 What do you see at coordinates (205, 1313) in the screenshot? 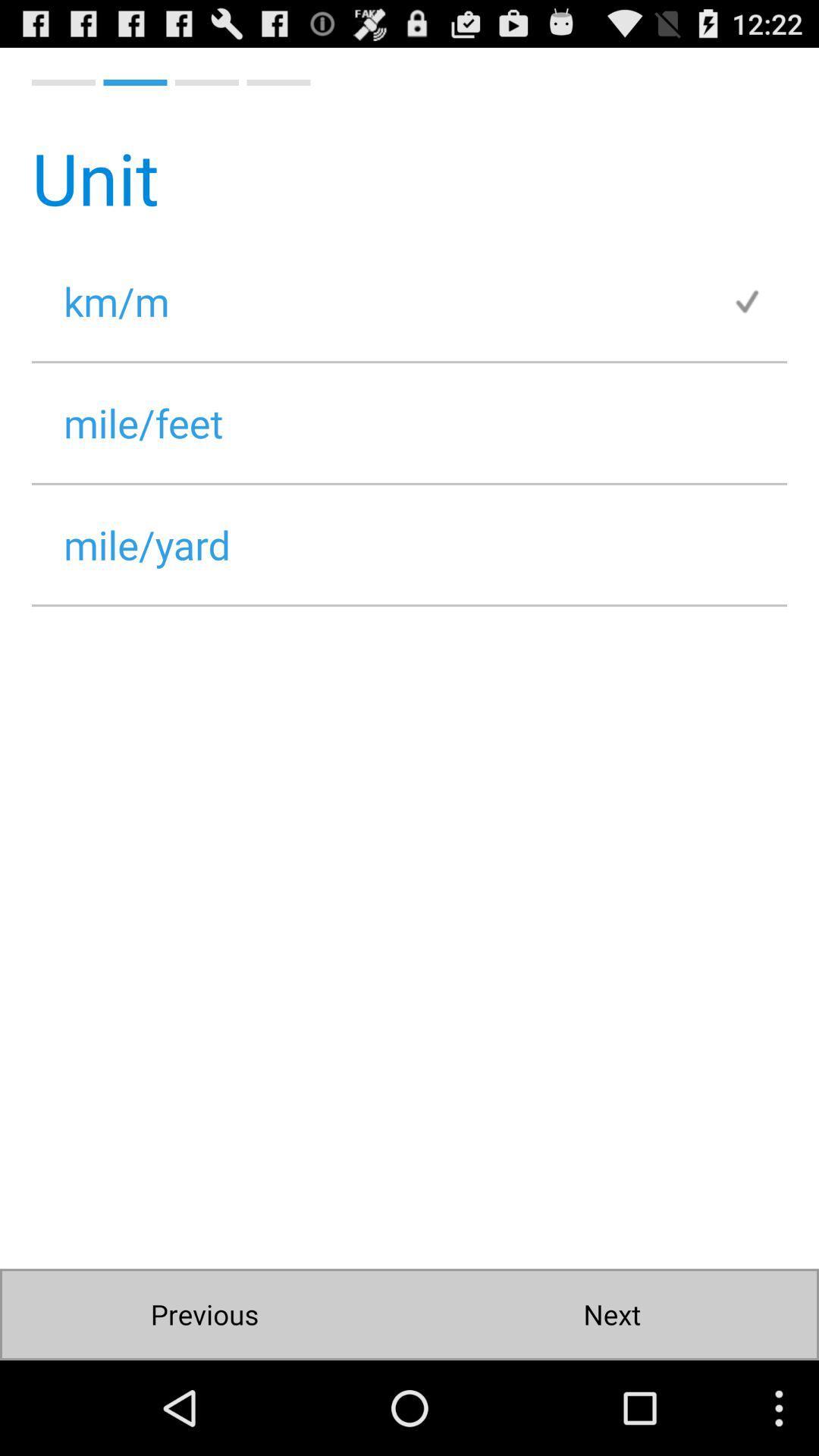
I see `item below the mile/yard item` at bounding box center [205, 1313].